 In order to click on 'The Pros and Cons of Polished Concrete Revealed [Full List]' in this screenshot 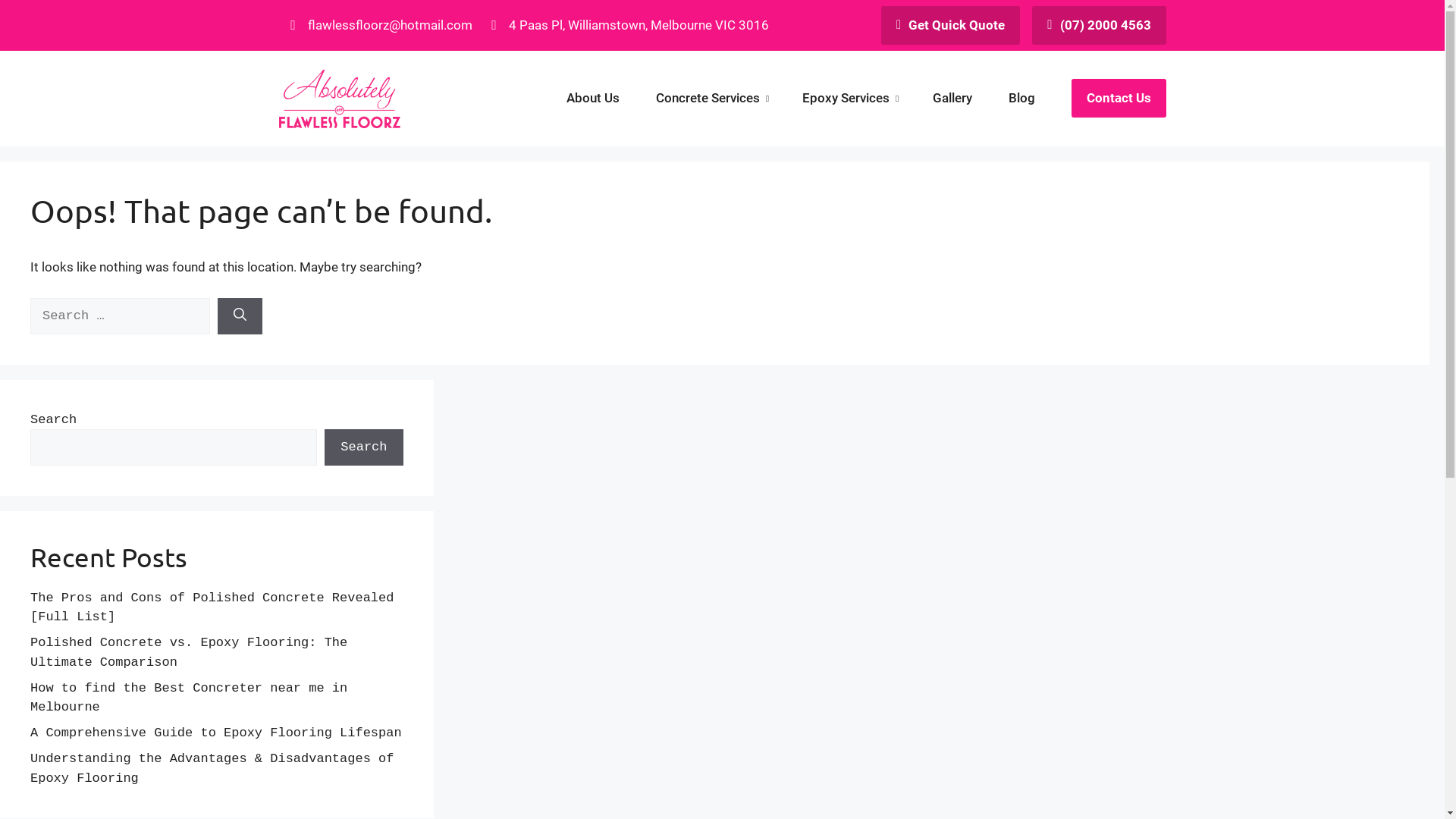, I will do `click(211, 607)`.